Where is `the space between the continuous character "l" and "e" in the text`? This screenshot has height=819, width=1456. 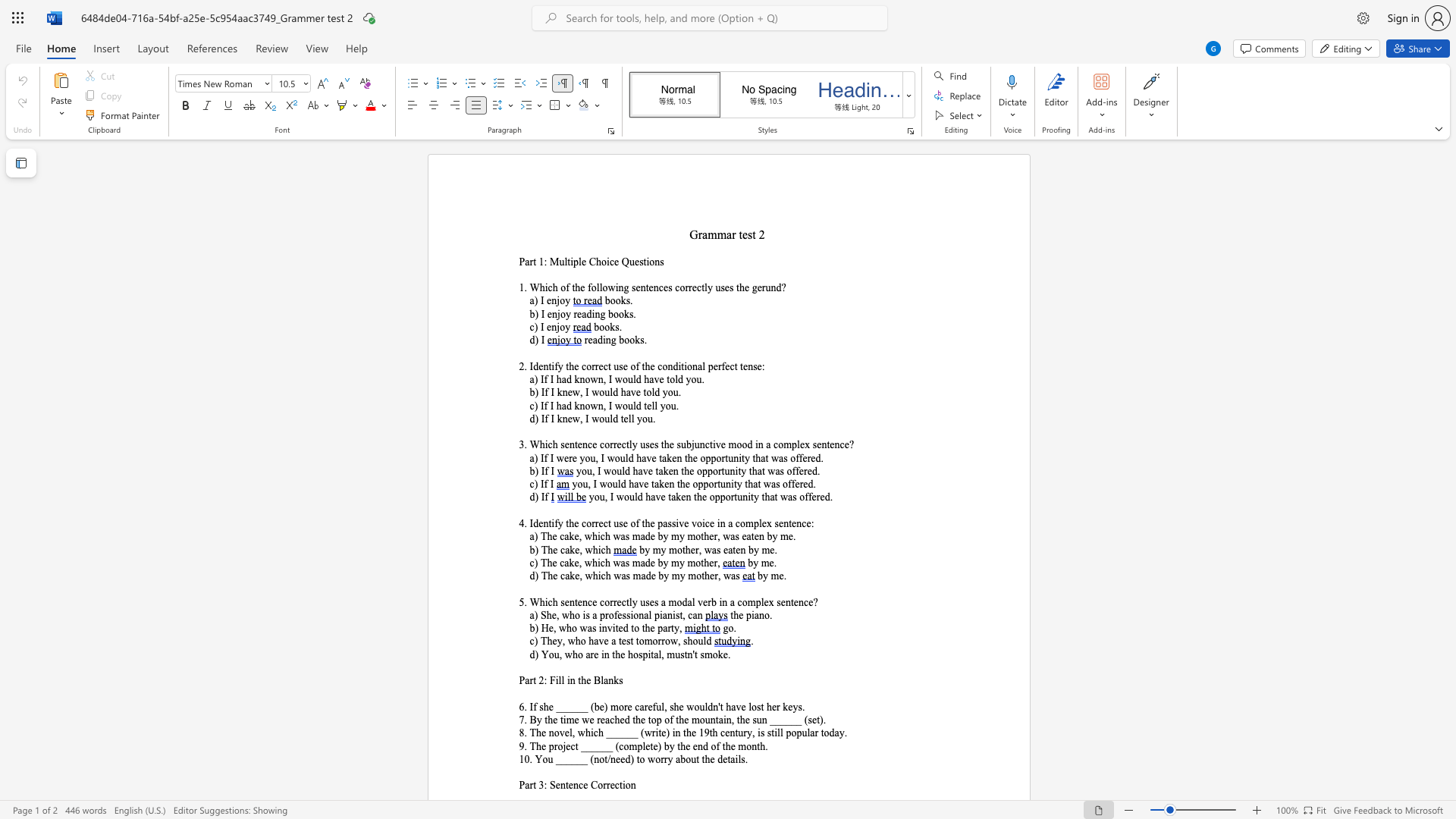
the space between the continuous character "l" and "e" in the text is located at coordinates (764, 601).